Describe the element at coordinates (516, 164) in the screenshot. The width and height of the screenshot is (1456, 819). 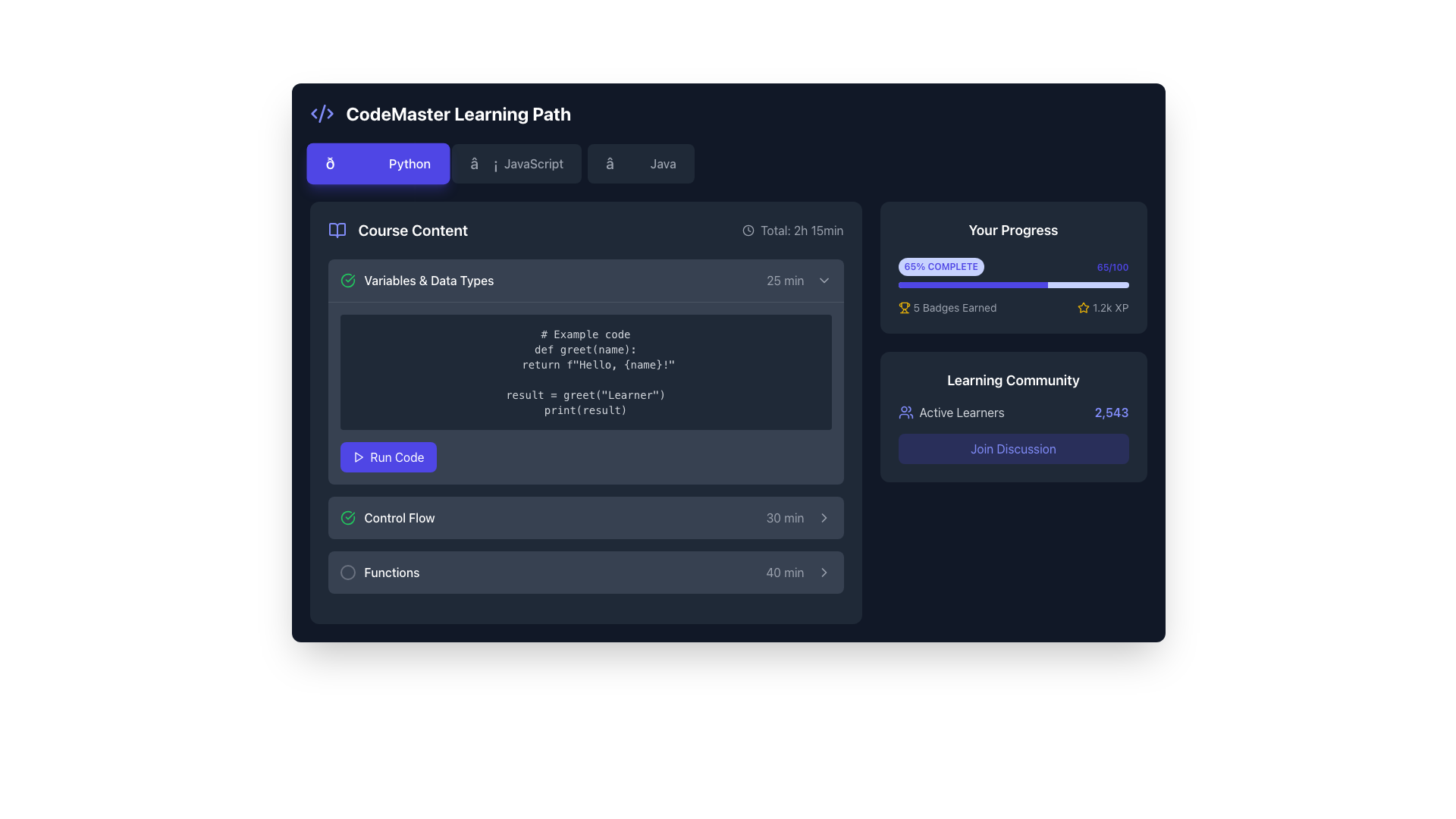
I see `the button positioned between 'Python' and 'Java'` at that location.